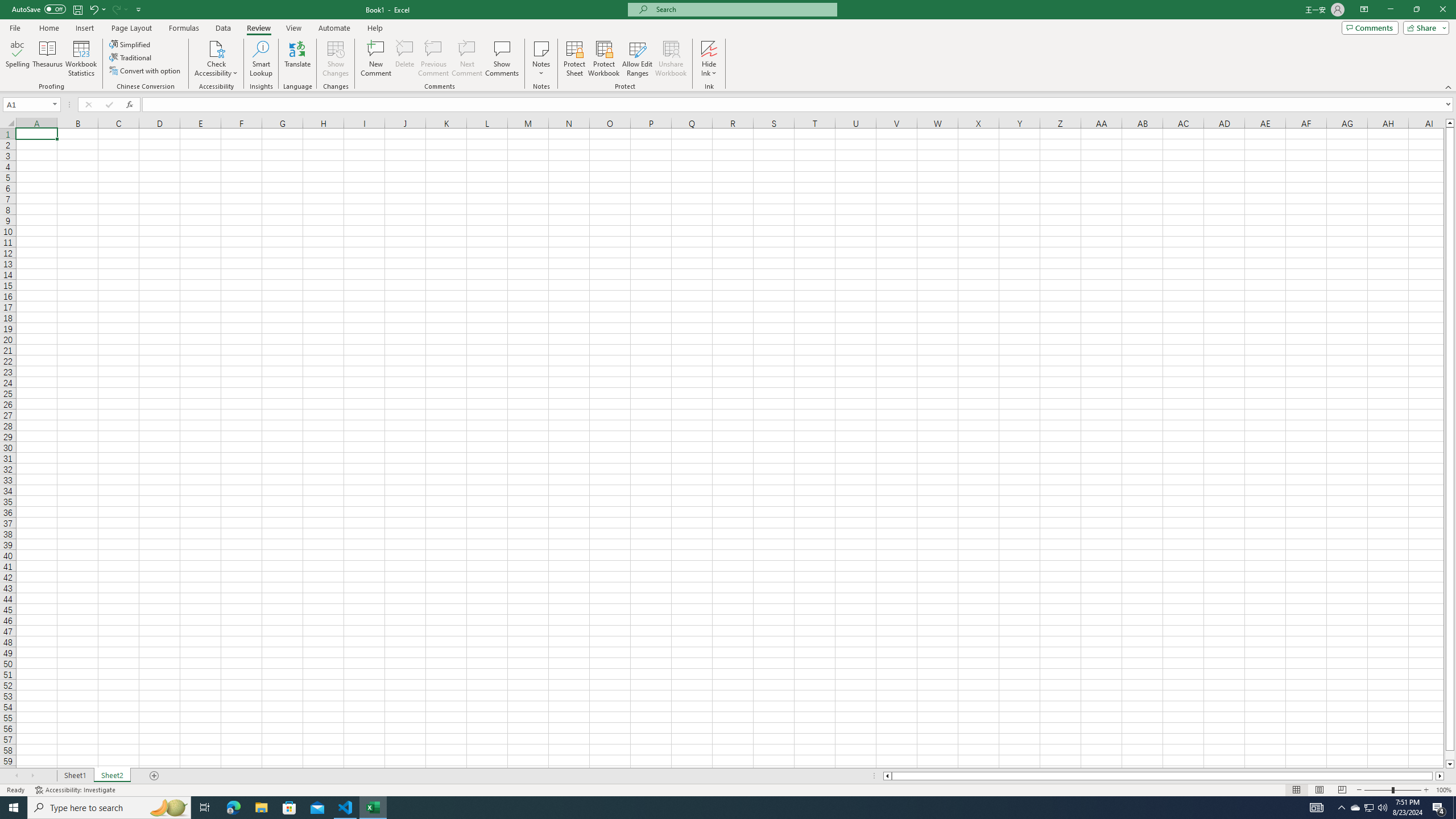 The width and height of the screenshot is (1456, 819). I want to click on 'Unshare Workbook', so click(671, 59).